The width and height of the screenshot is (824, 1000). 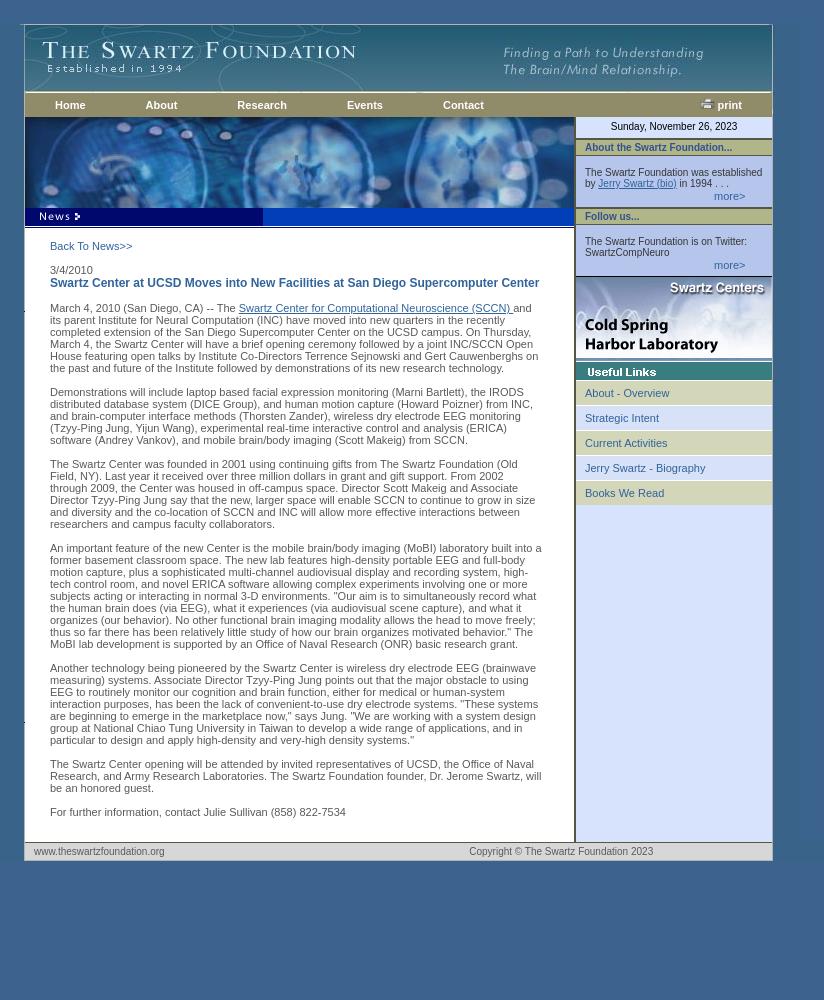 What do you see at coordinates (658, 146) in the screenshot?
I see `'About the Swartz Foundation...'` at bounding box center [658, 146].